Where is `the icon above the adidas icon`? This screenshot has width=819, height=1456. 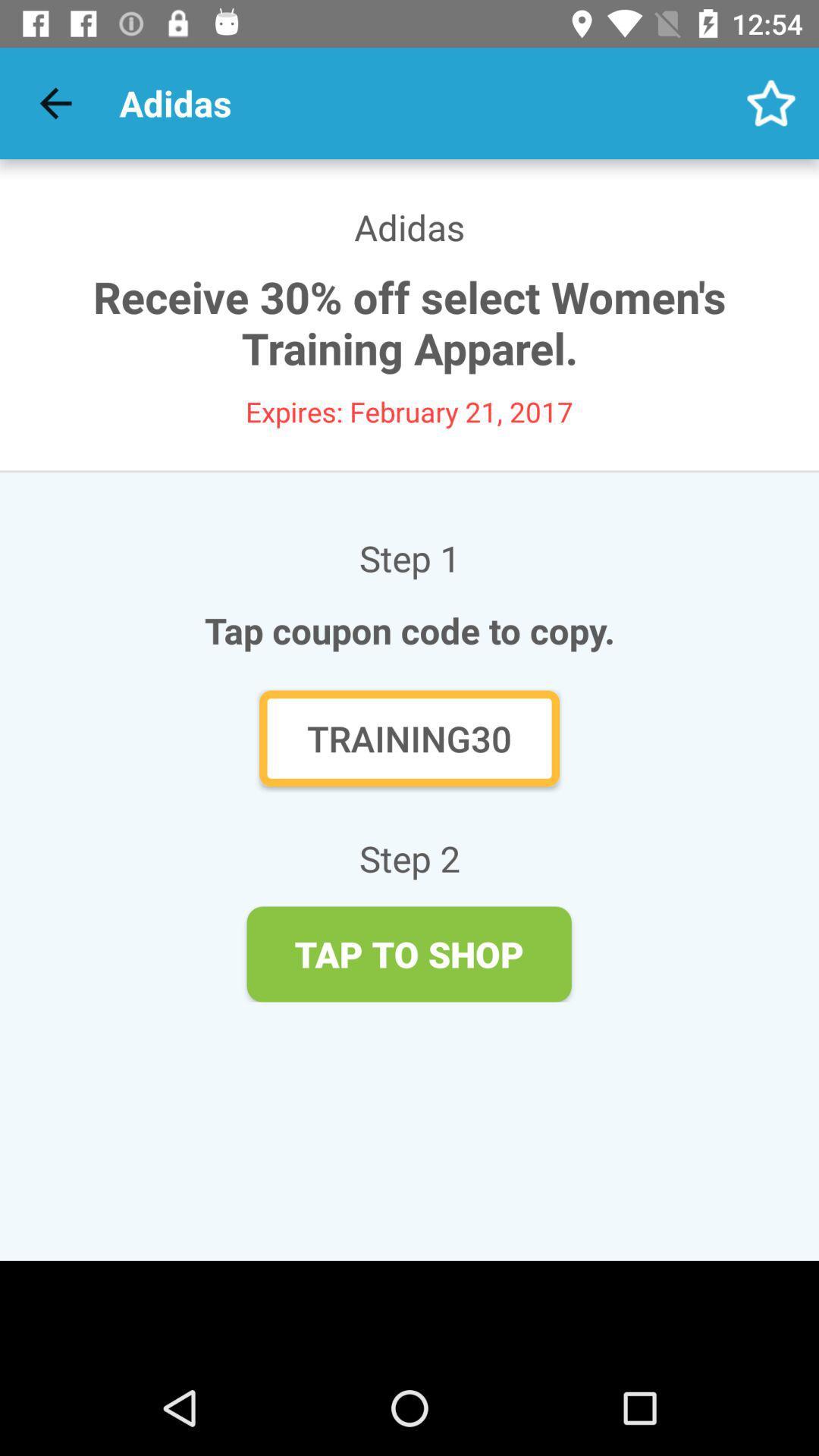
the icon above the adidas icon is located at coordinates (55, 102).